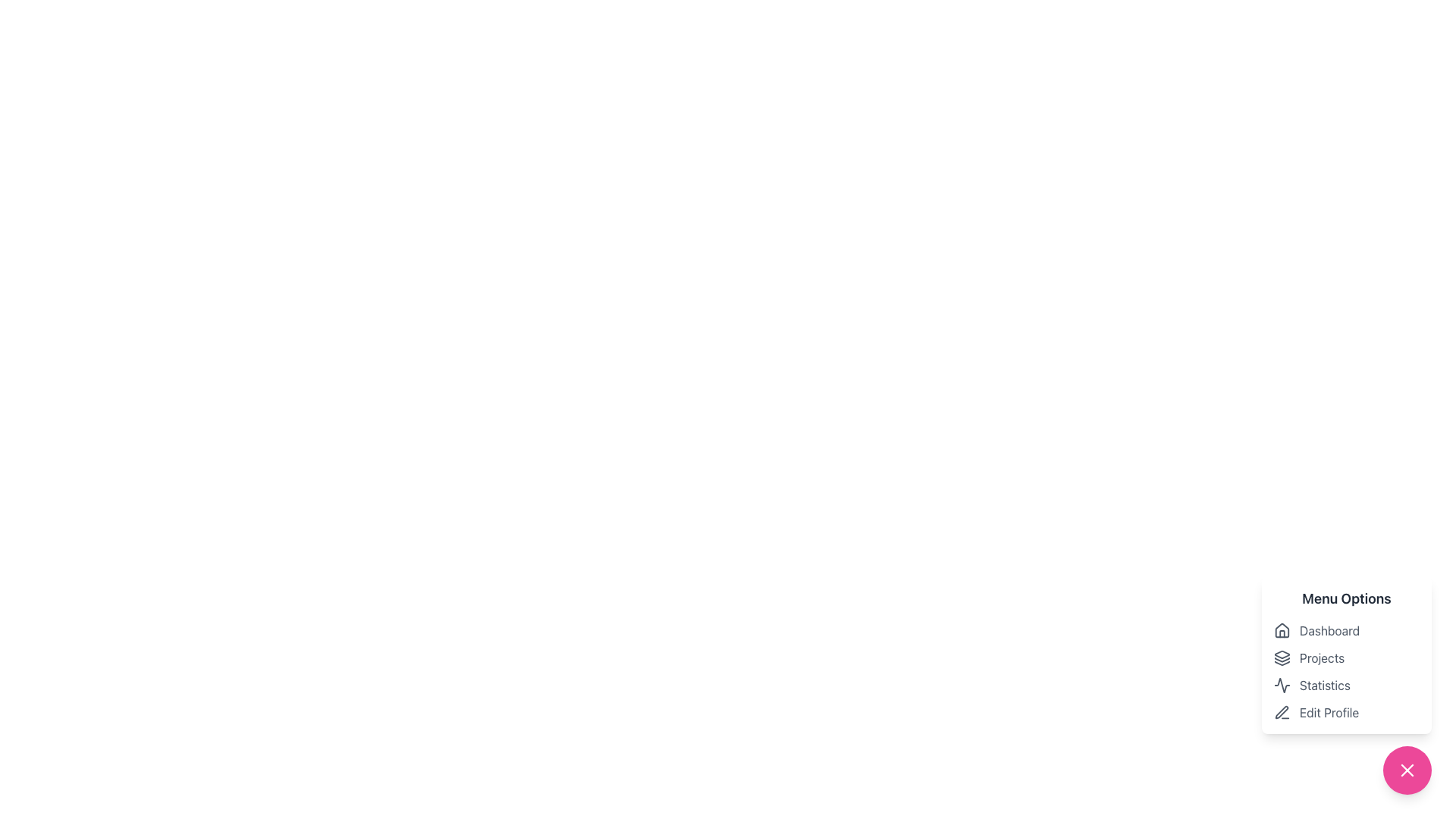 Image resolution: width=1456 pixels, height=819 pixels. What do you see at coordinates (1280, 711) in the screenshot?
I see `the SVG icon shaped like a pen or pencil located next to the 'Edit Profile' label in the bottom-right corner of the menu options section` at bounding box center [1280, 711].